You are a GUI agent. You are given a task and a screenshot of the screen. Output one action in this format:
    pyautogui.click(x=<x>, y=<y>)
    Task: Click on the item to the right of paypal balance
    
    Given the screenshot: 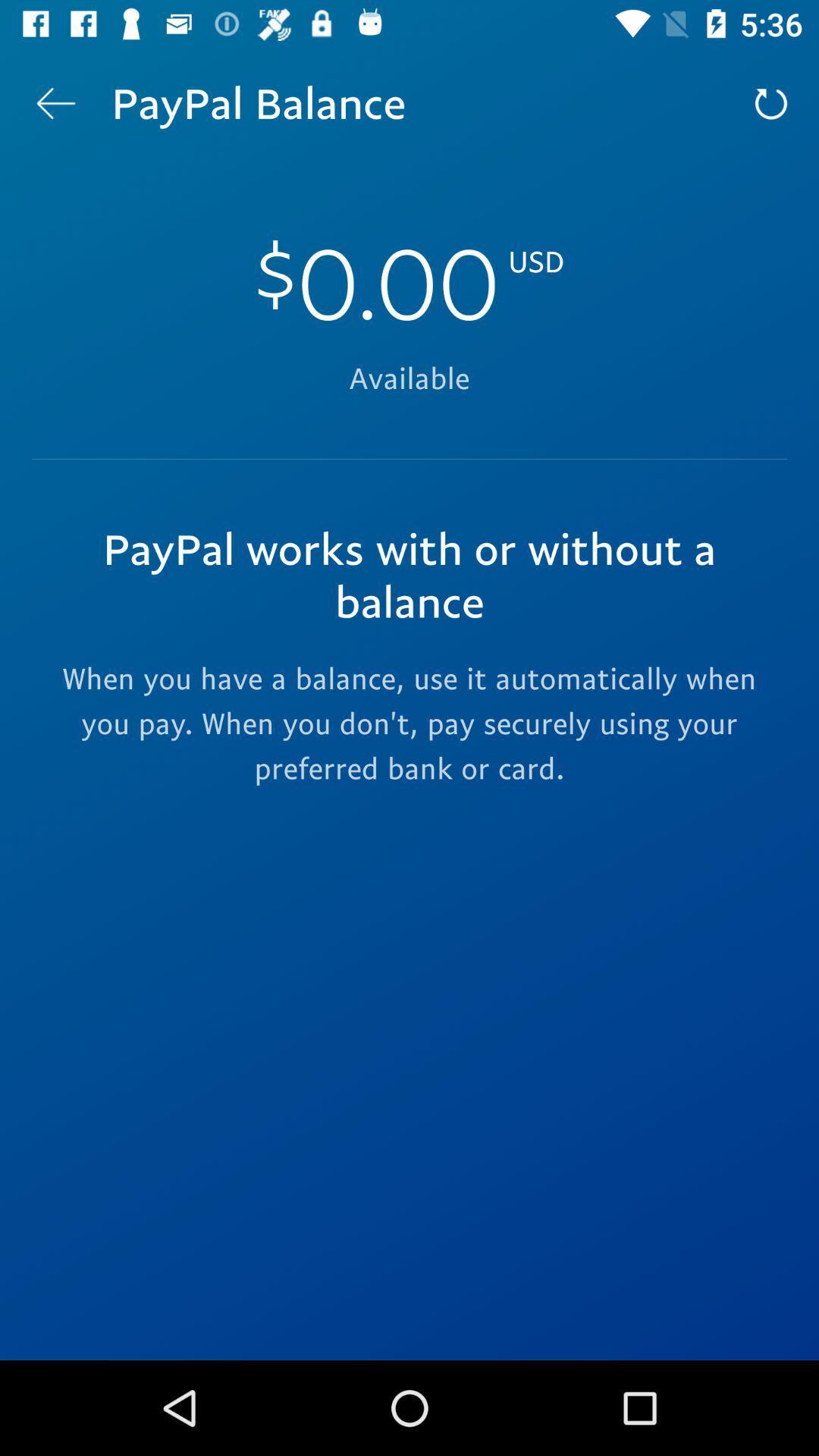 What is the action you would take?
    pyautogui.click(x=771, y=102)
    